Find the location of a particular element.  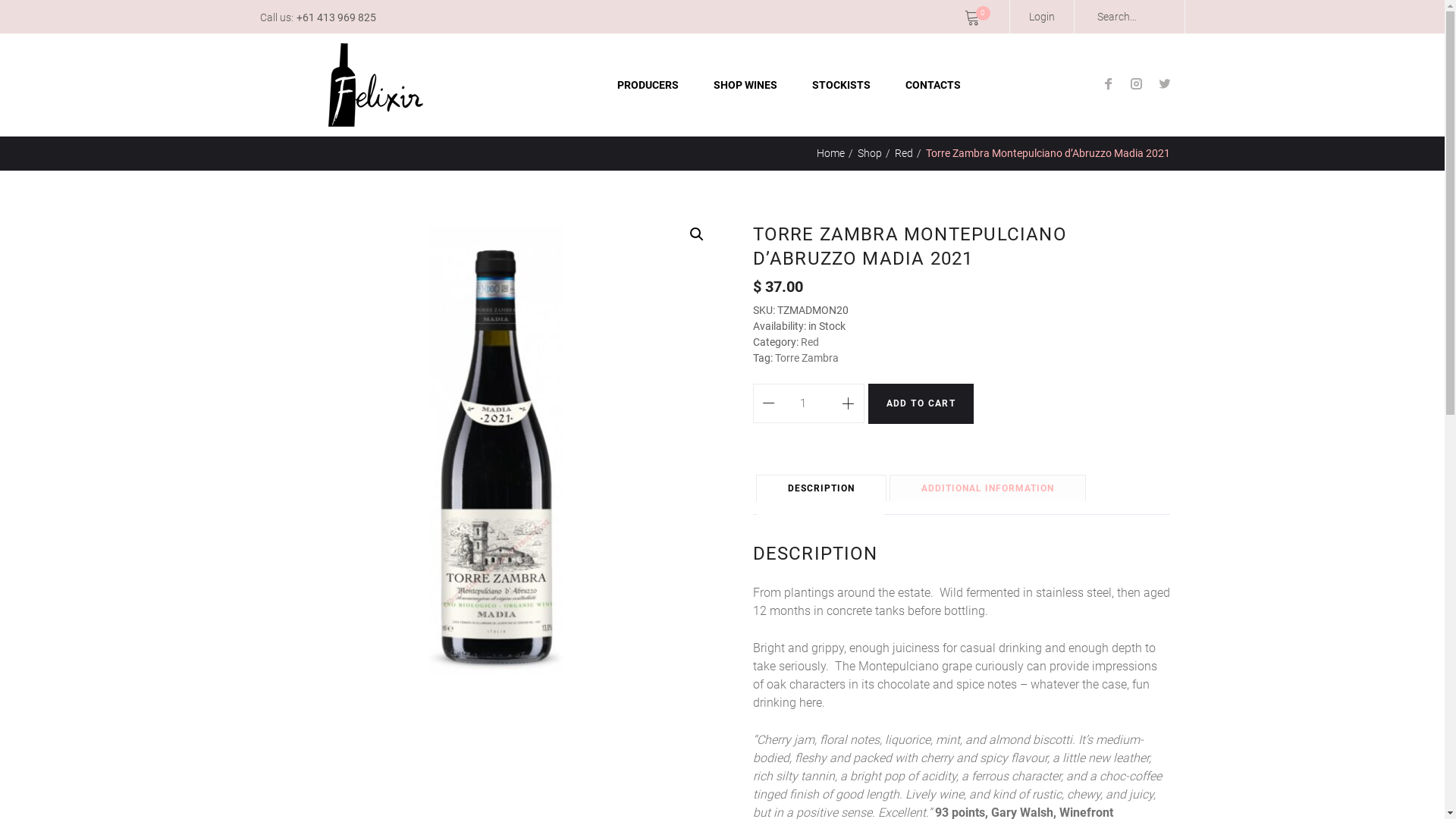

'DESCRIPTION' is located at coordinates (821, 488).